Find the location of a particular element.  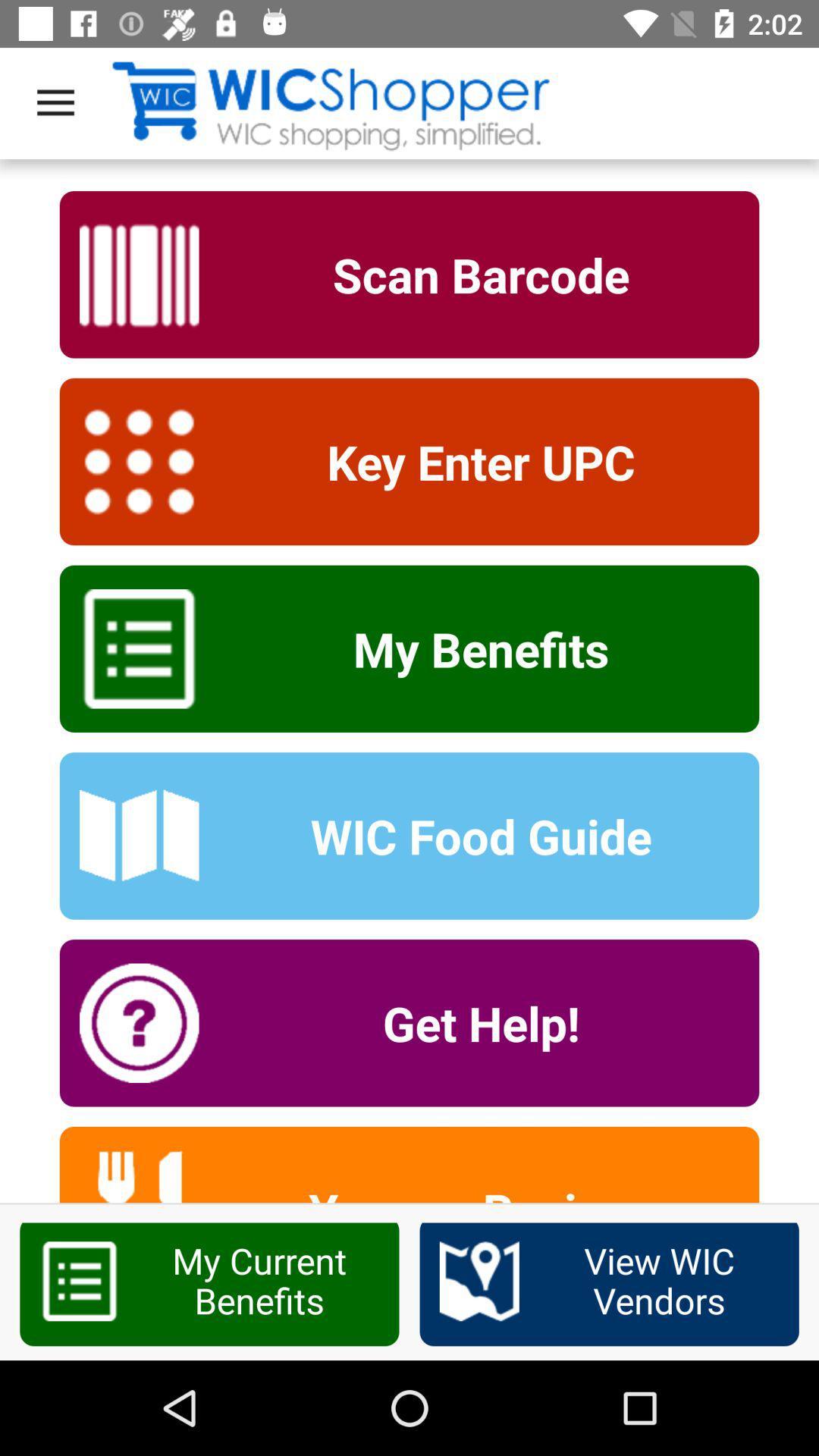

the wic food guide item is located at coordinates (470, 835).